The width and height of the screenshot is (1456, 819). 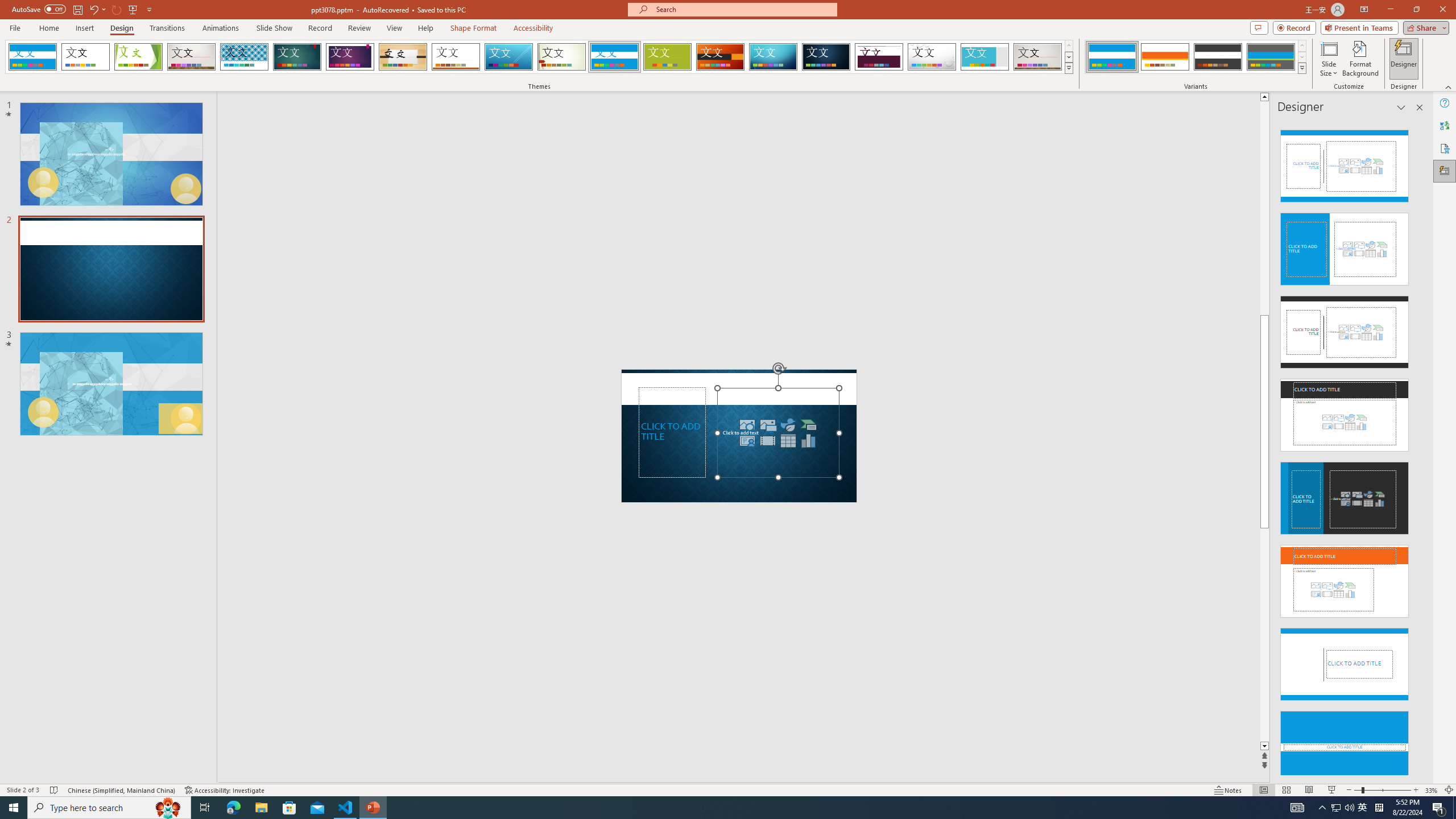 I want to click on 'Basis', so click(x=667, y=56).